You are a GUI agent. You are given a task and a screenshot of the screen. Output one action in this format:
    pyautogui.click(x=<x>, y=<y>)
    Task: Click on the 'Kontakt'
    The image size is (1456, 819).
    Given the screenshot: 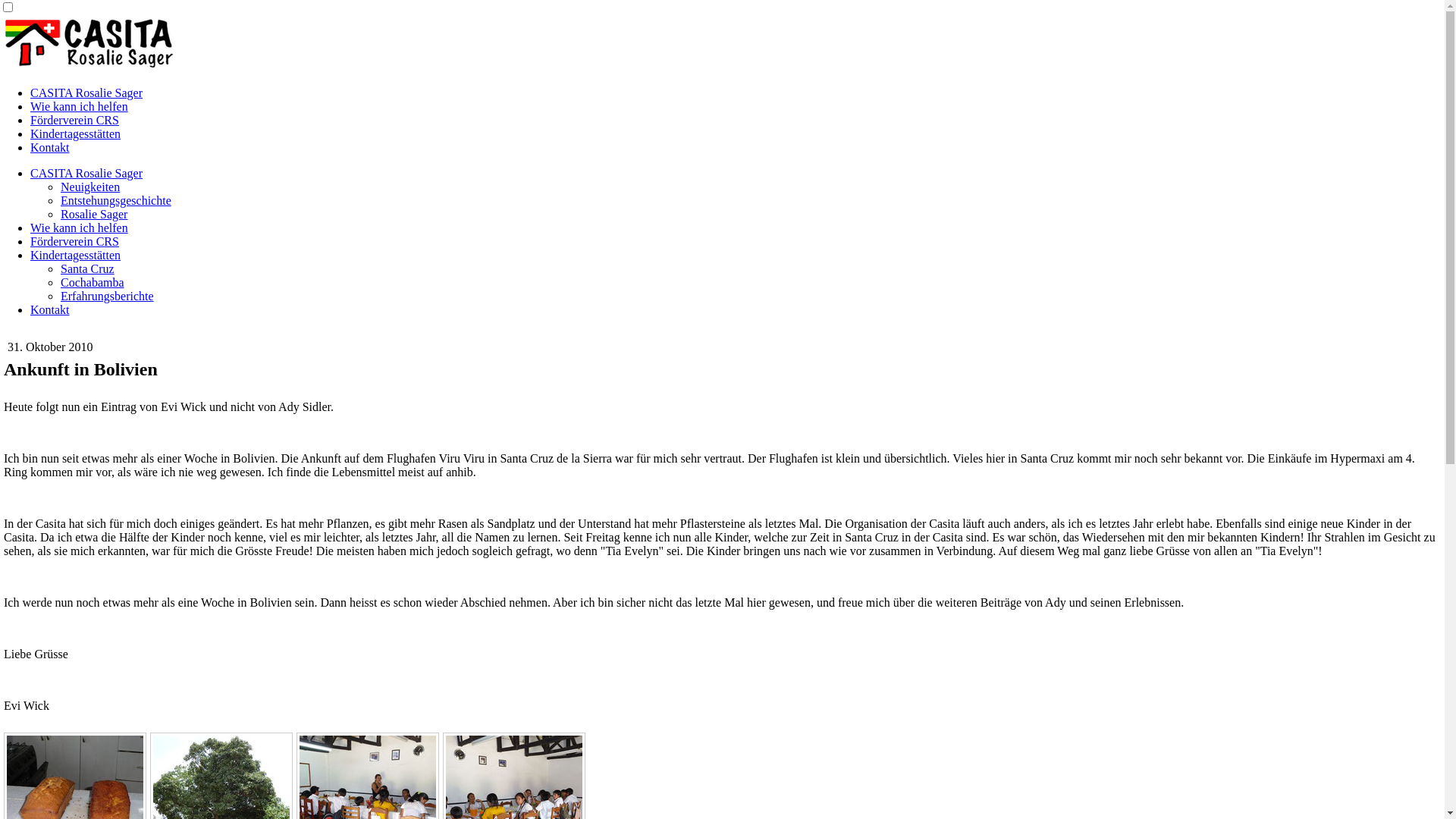 What is the action you would take?
    pyautogui.click(x=50, y=309)
    